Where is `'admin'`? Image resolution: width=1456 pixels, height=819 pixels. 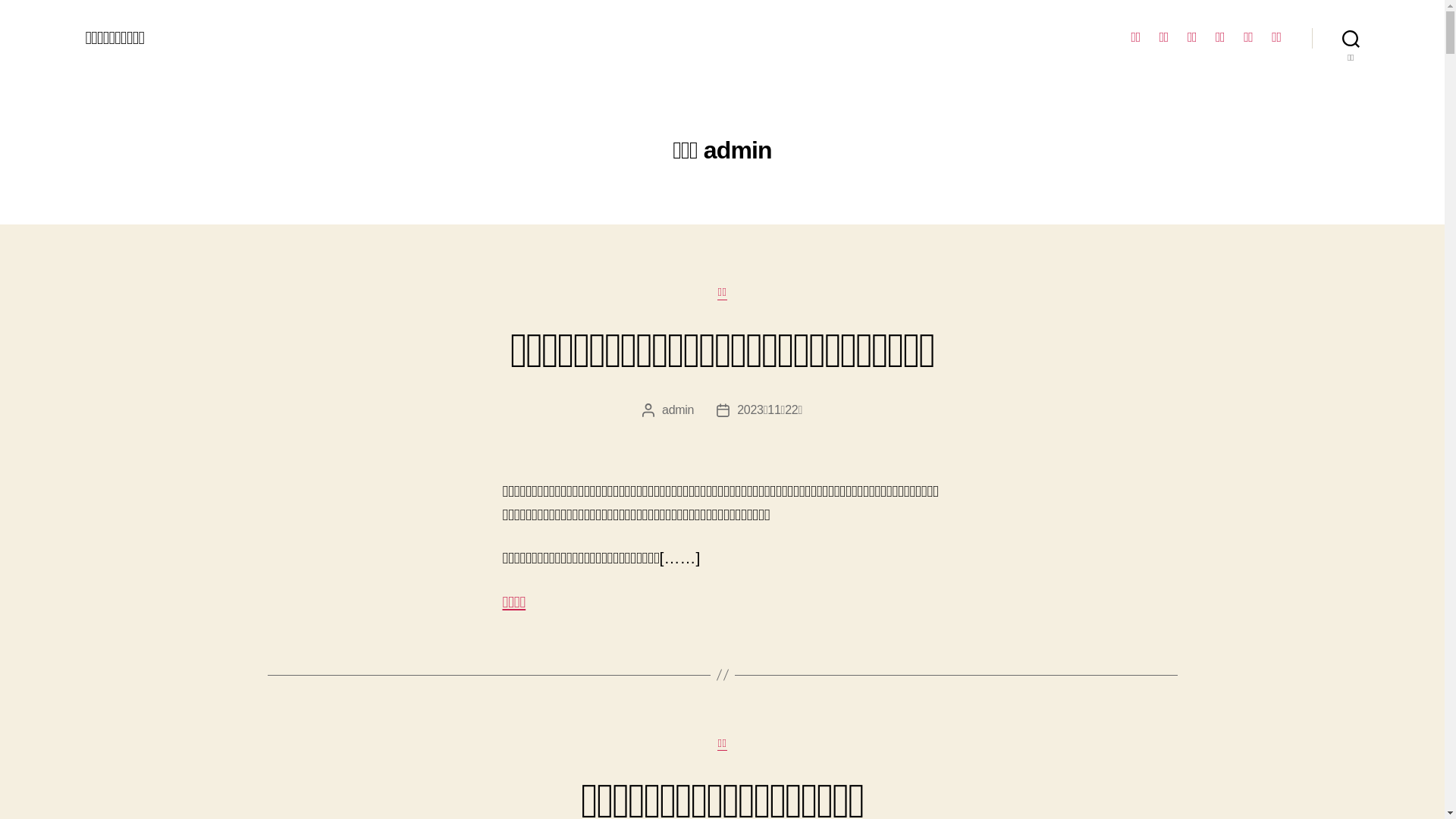 'admin' is located at coordinates (662, 409).